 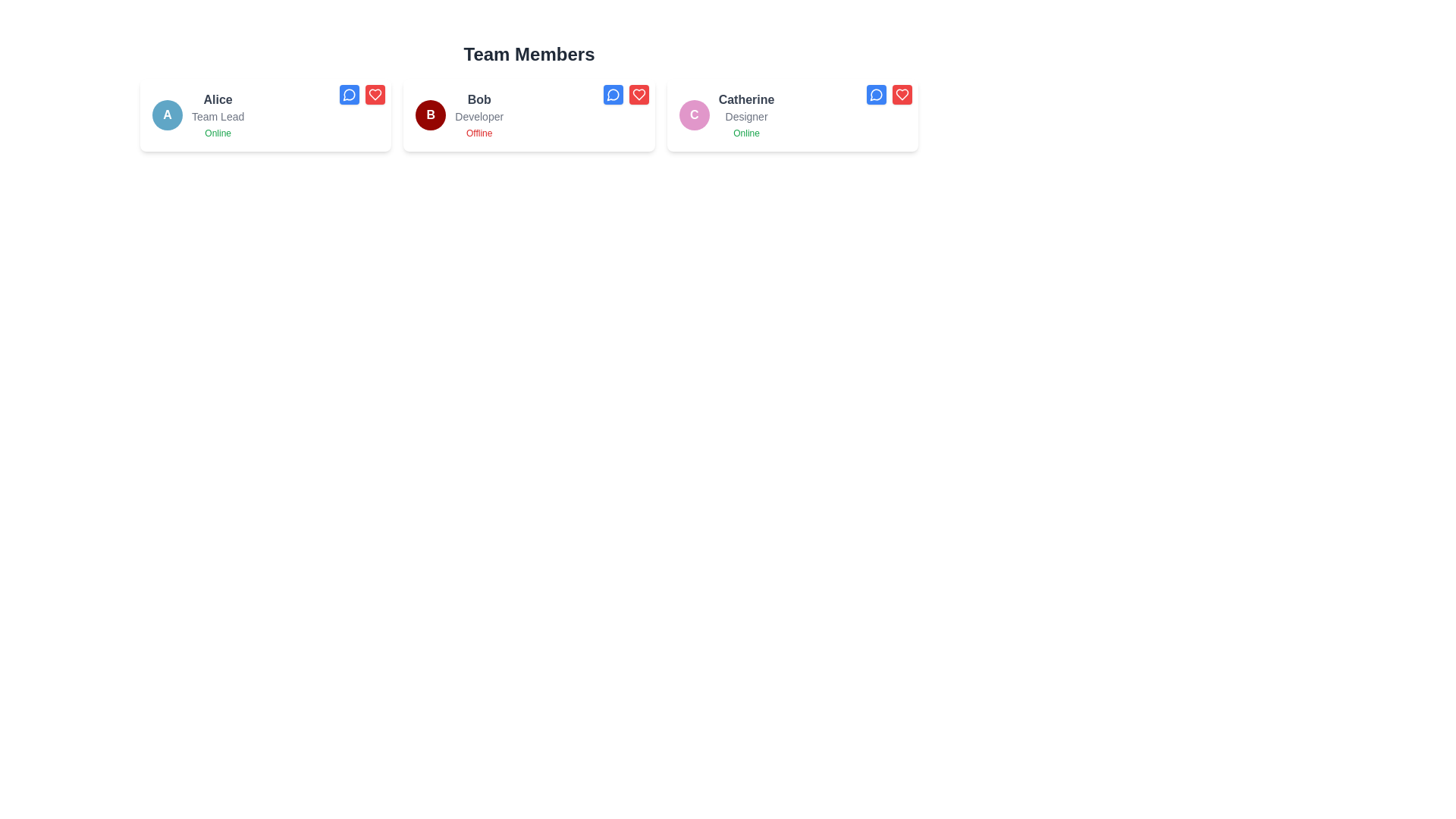 What do you see at coordinates (217, 99) in the screenshot?
I see `the static text label 'Alice' which is prominently displayed in bold dark gray text within a card layout indicating a person's profile information` at bounding box center [217, 99].